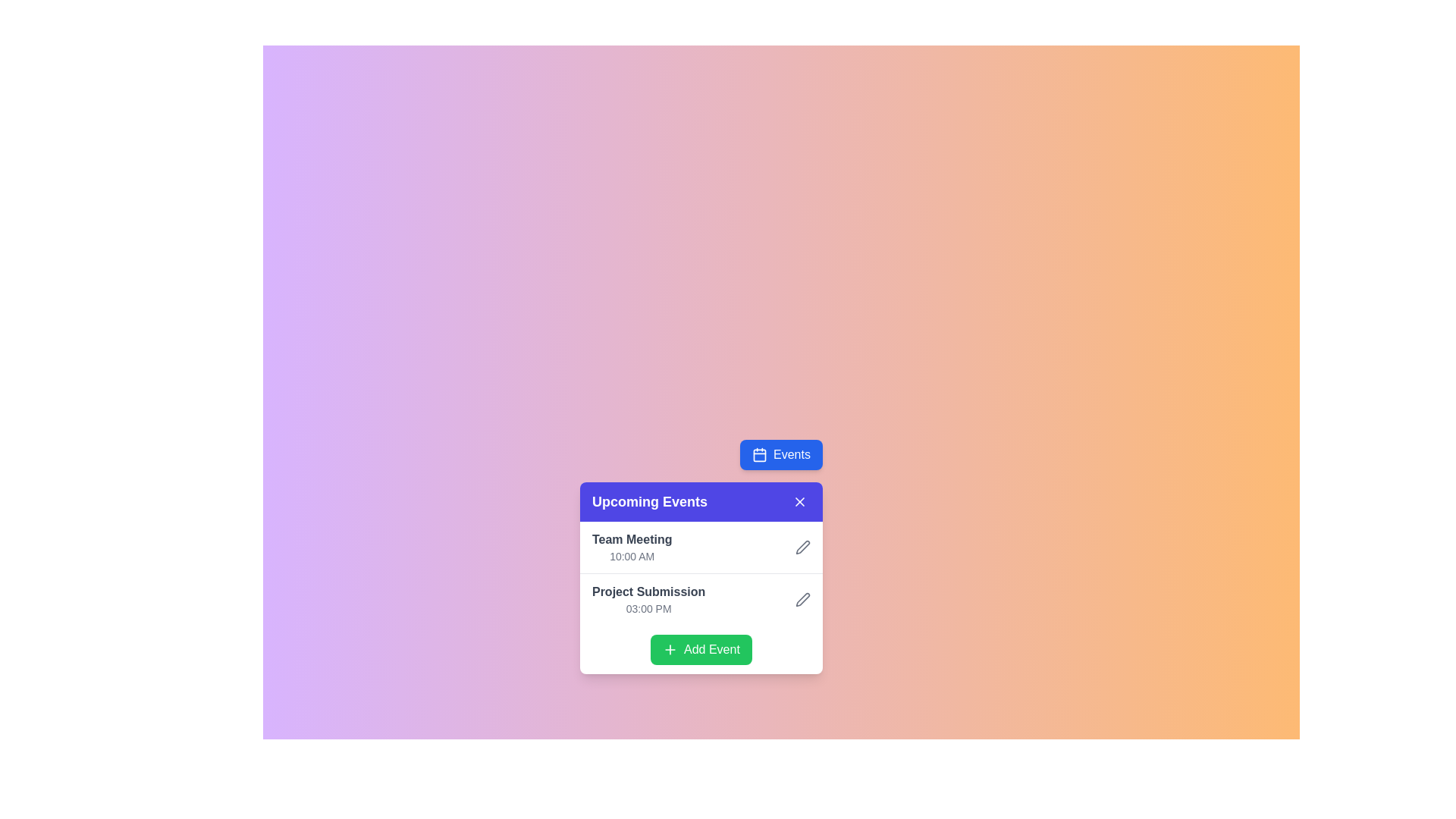 This screenshot has width=1456, height=819. What do you see at coordinates (632, 556) in the screenshot?
I see `the static text label displaying the time for the 'Team Meeting' event, which is located below the event title and aligned to its left` at bounding box center [632, 556].